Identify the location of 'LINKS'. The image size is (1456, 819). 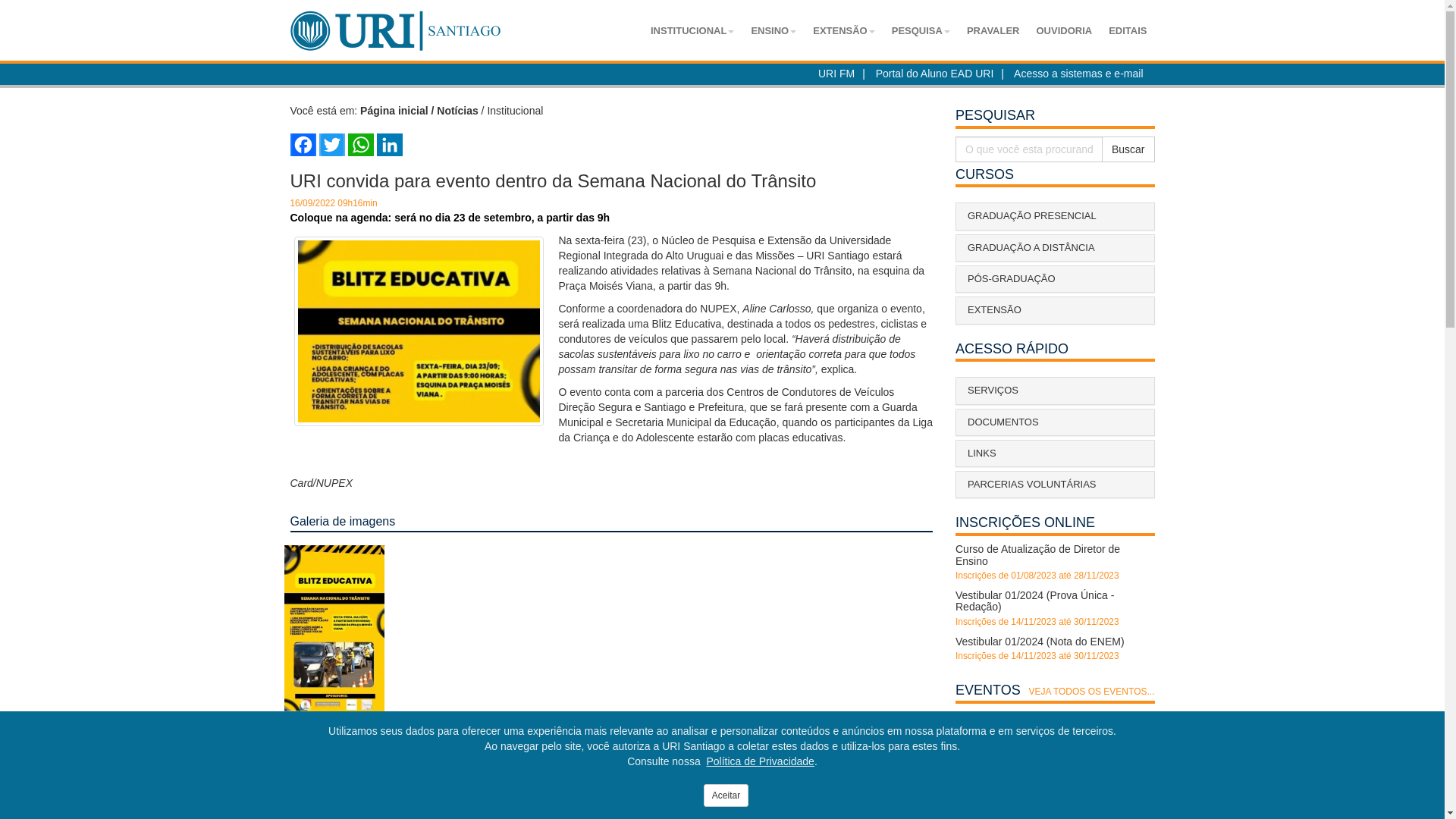
(1054, 452).